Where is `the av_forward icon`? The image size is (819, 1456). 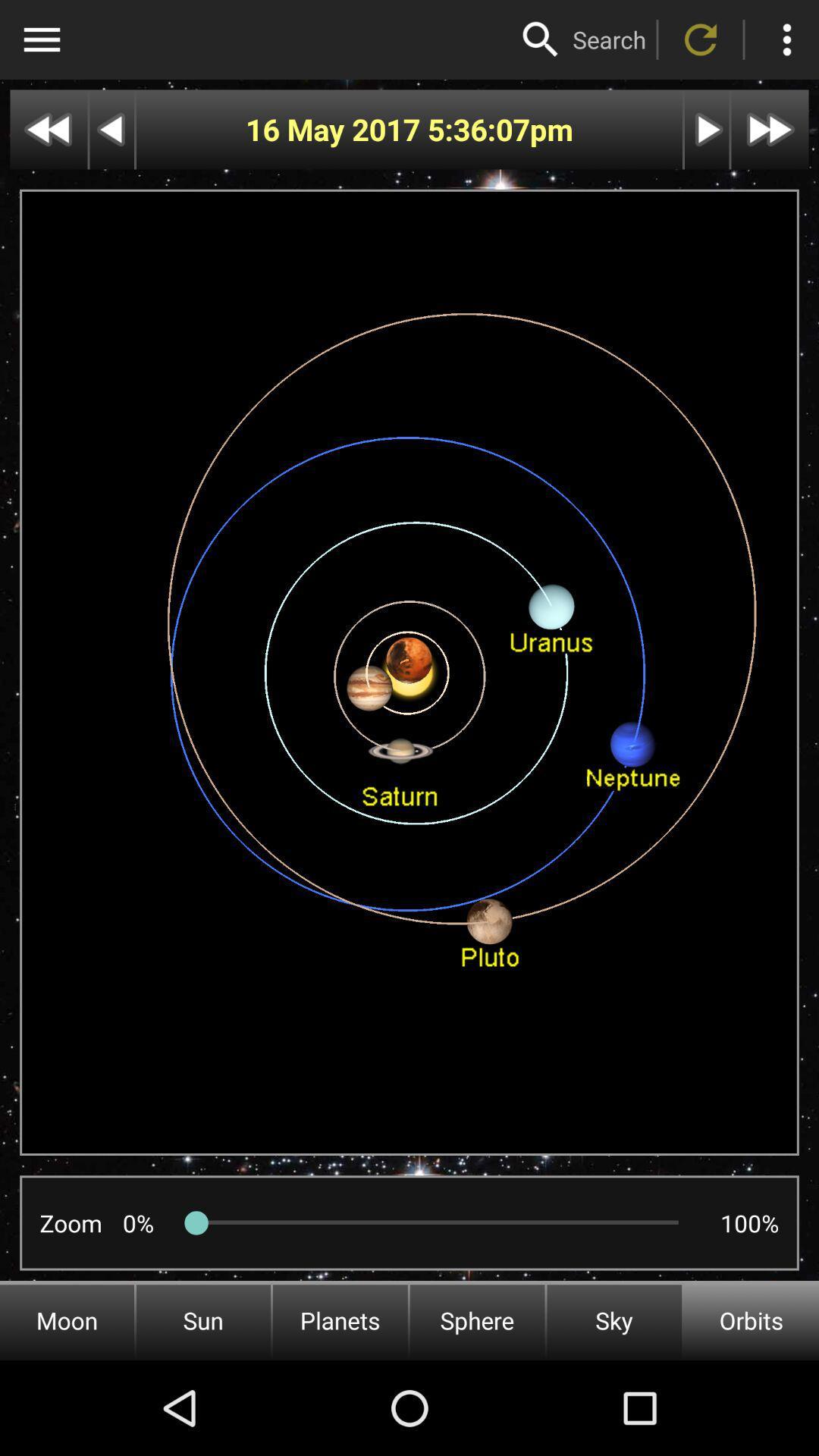
the av_forward icon is located at coordinates (770, 130).